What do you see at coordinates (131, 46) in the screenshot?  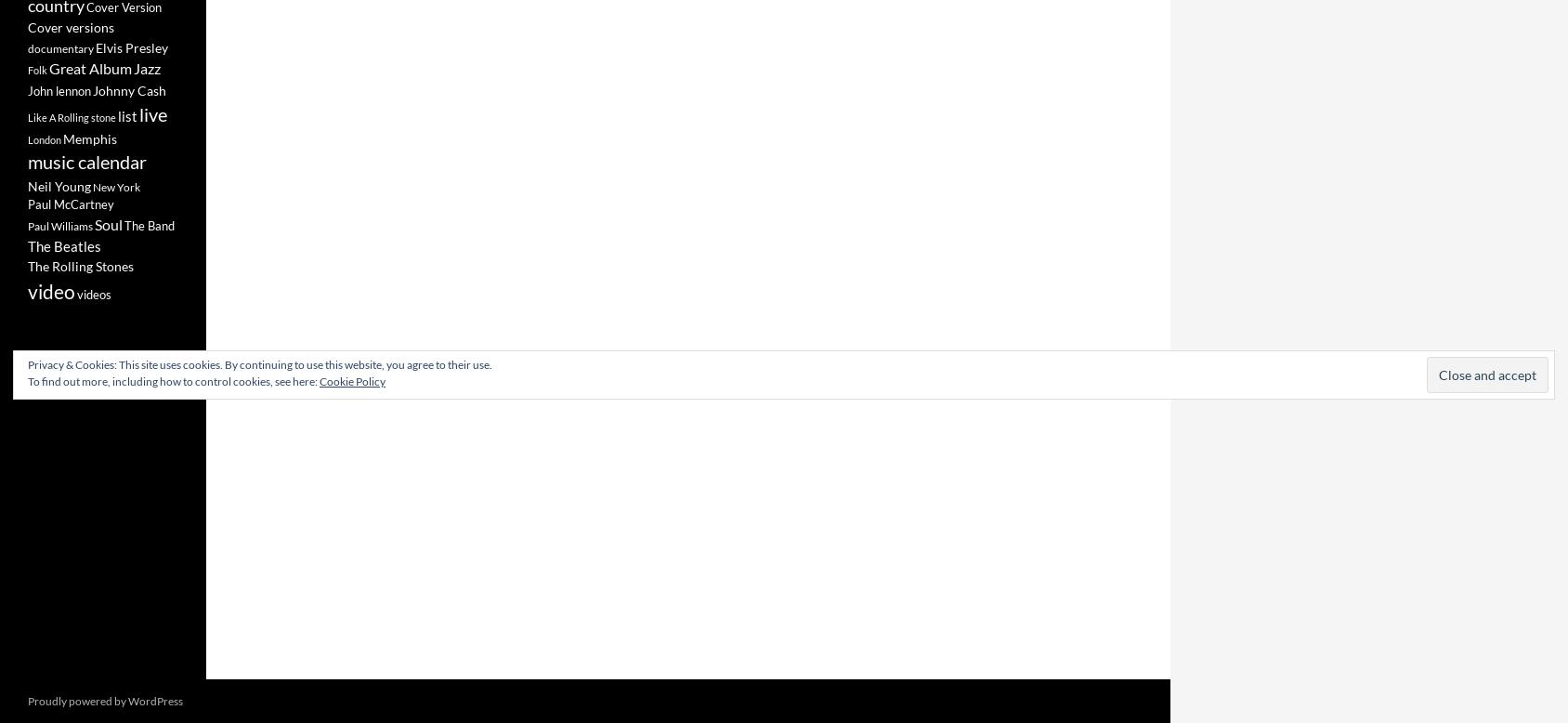 I see `'Elvis Presley'` at bounding box center [131, 46].